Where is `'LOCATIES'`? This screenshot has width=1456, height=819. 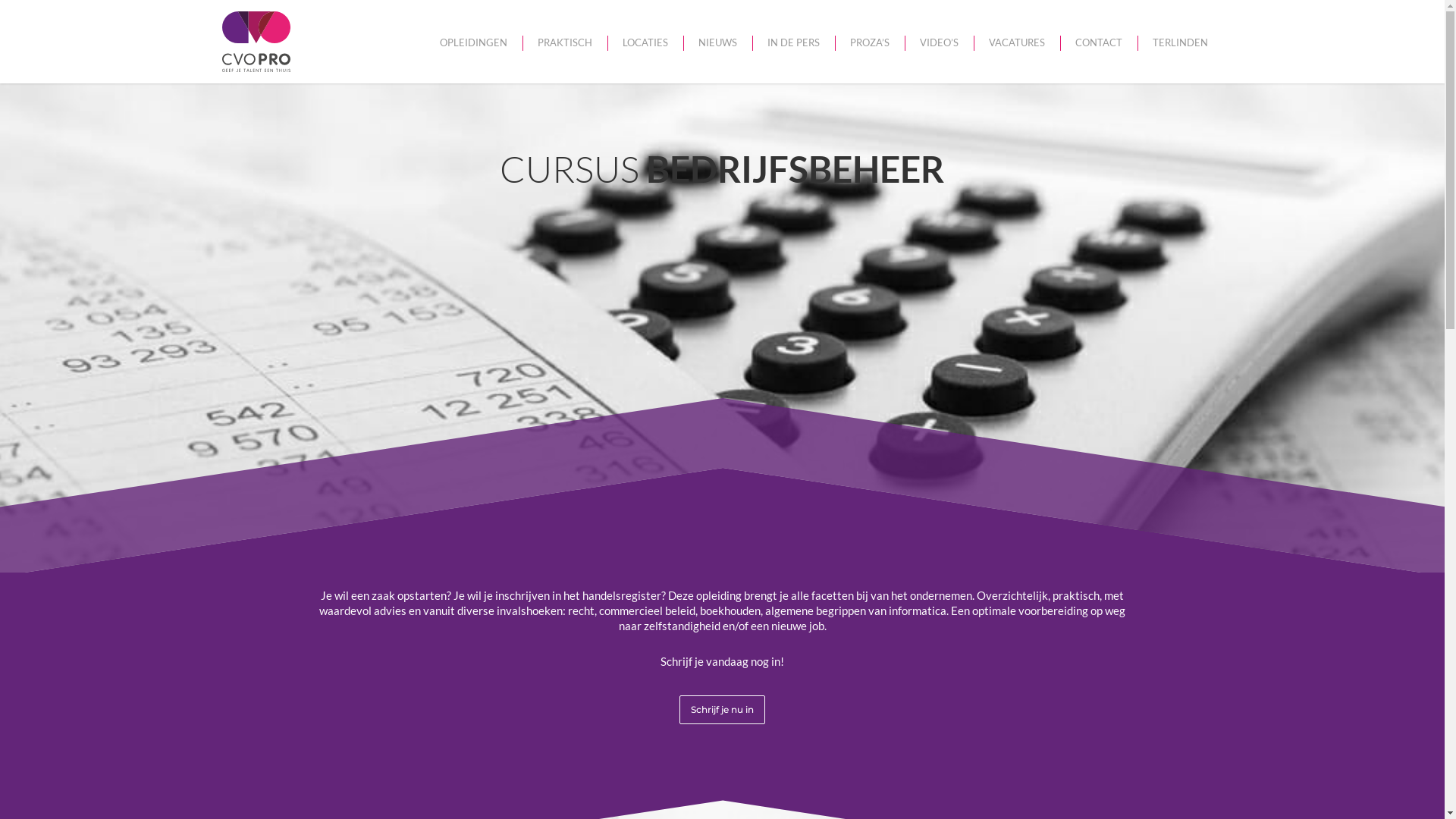
'LOCATIES' is located at coordinates (644, 40).